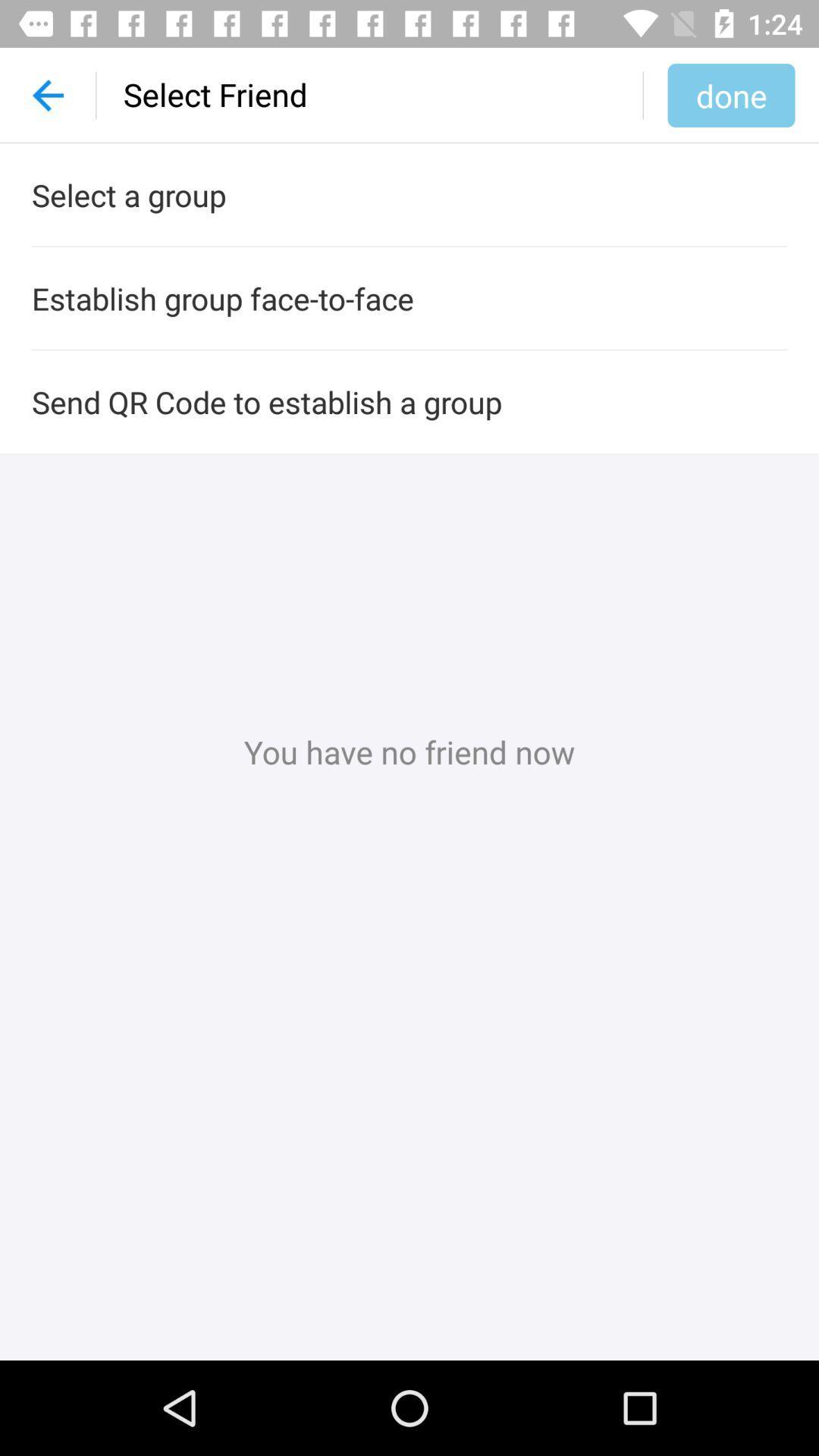 The image size is (819, 1456). What do you see at coordinates (46, 94) in the screenshot?
I see `the item above select a group icon` at bounding box center [46, 94].